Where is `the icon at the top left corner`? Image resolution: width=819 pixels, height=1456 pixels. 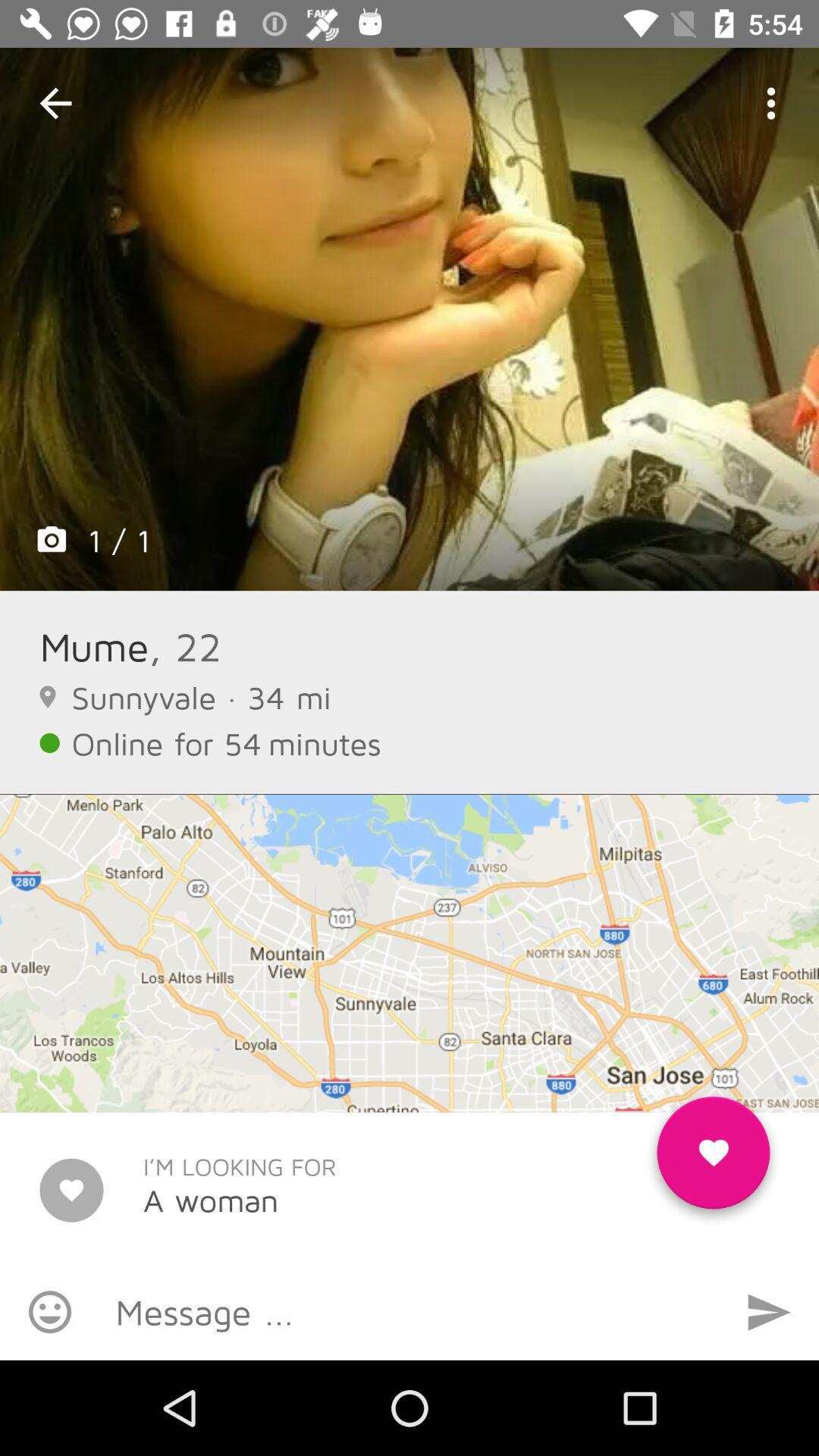
the icon at the top left corner is located at coordinates (55, 102).